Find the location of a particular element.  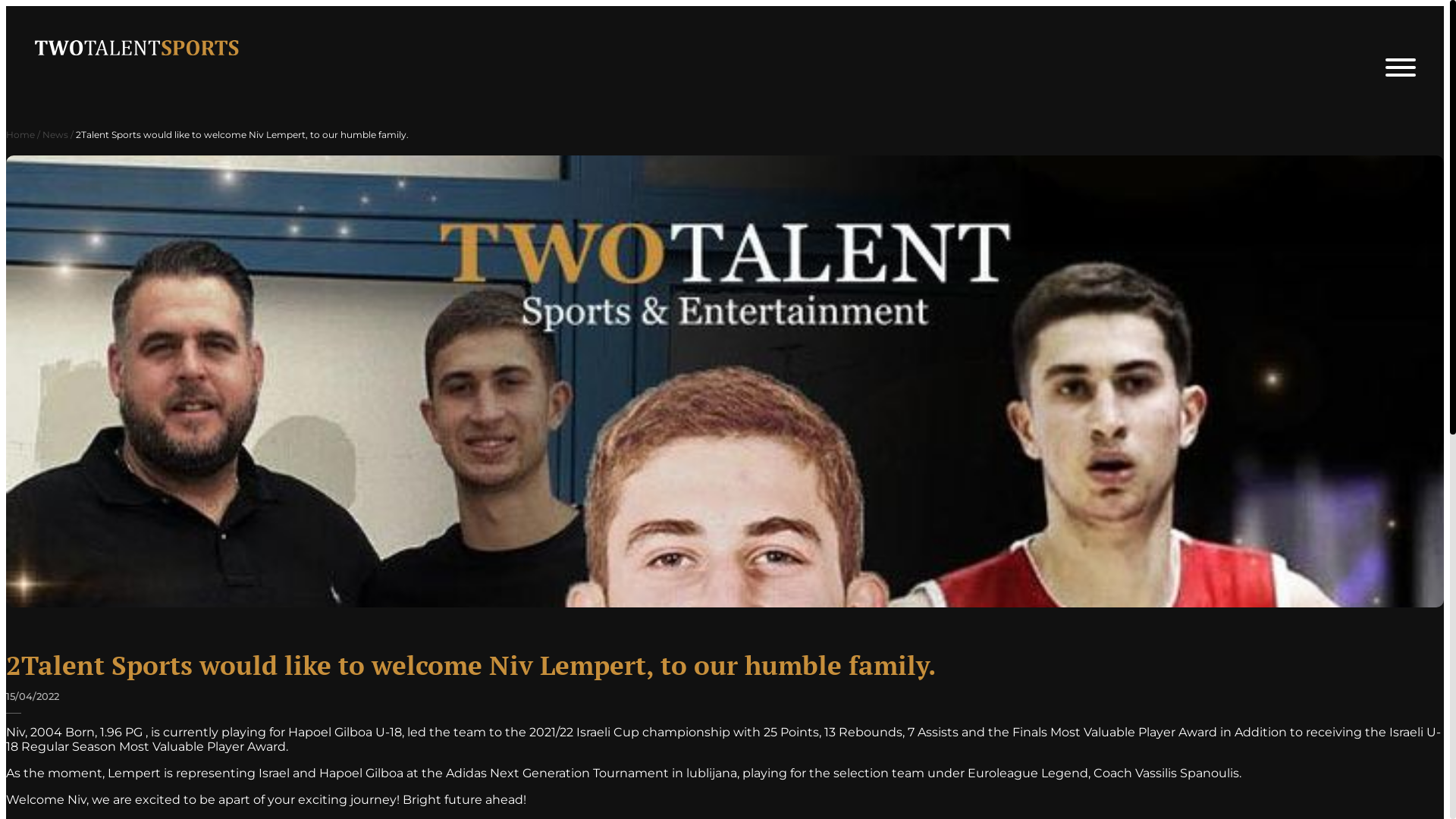

'Home' is located at coordinates (20, 133).